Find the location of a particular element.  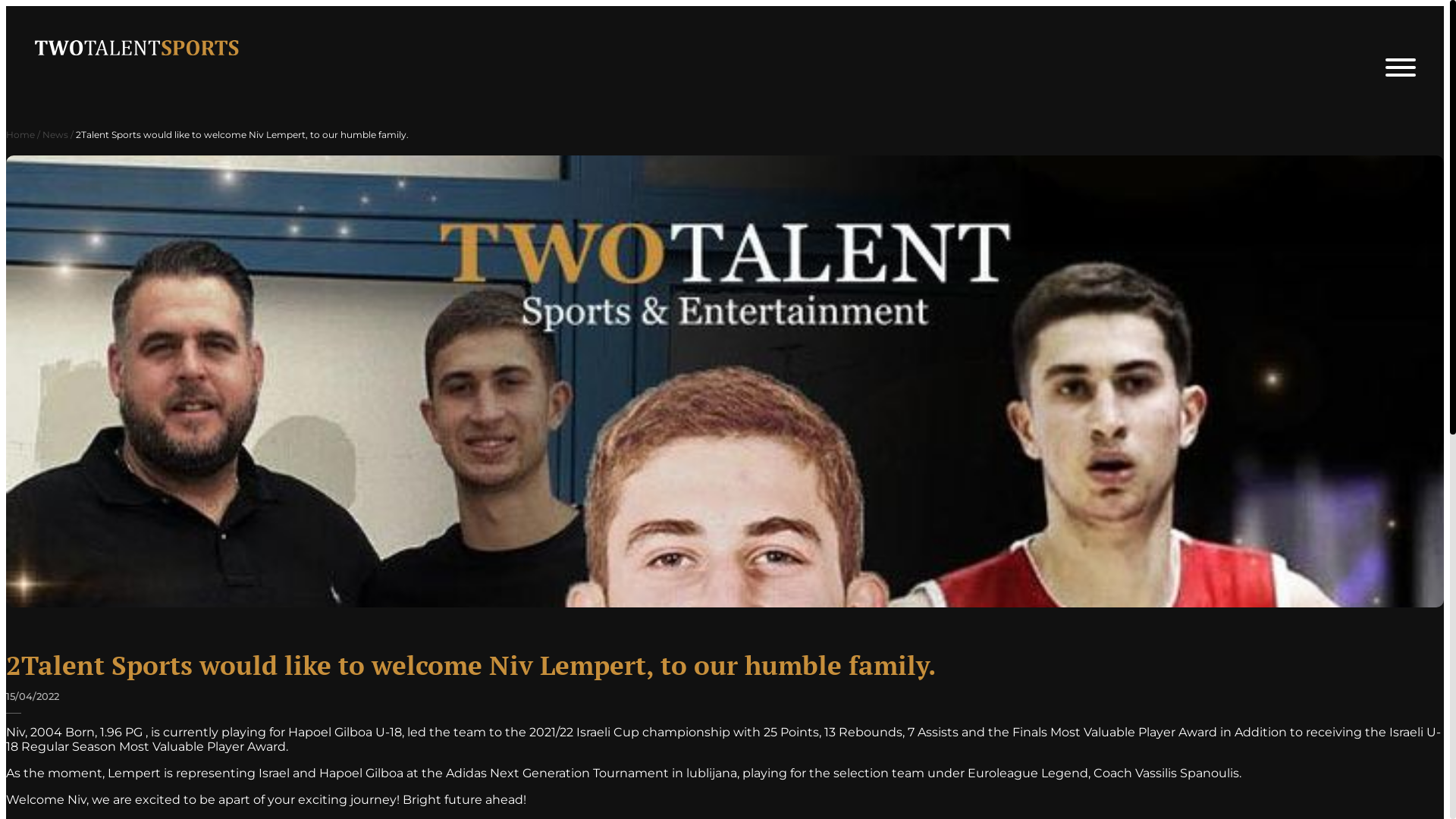

'Home' is located at coordinates (20, 133).